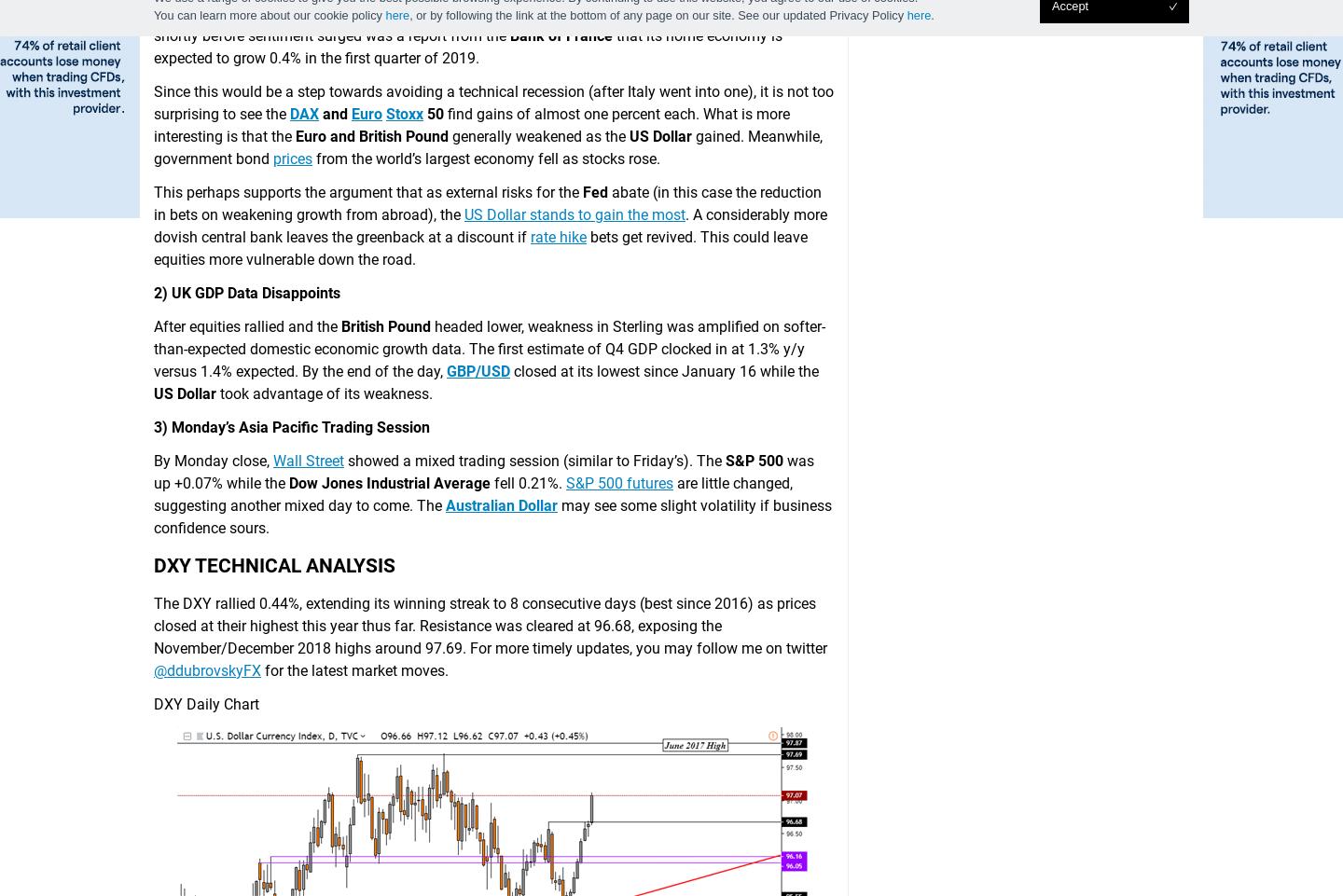 This screenshot has width=1343, height=896. I want to click on '.', so click(931, 13).